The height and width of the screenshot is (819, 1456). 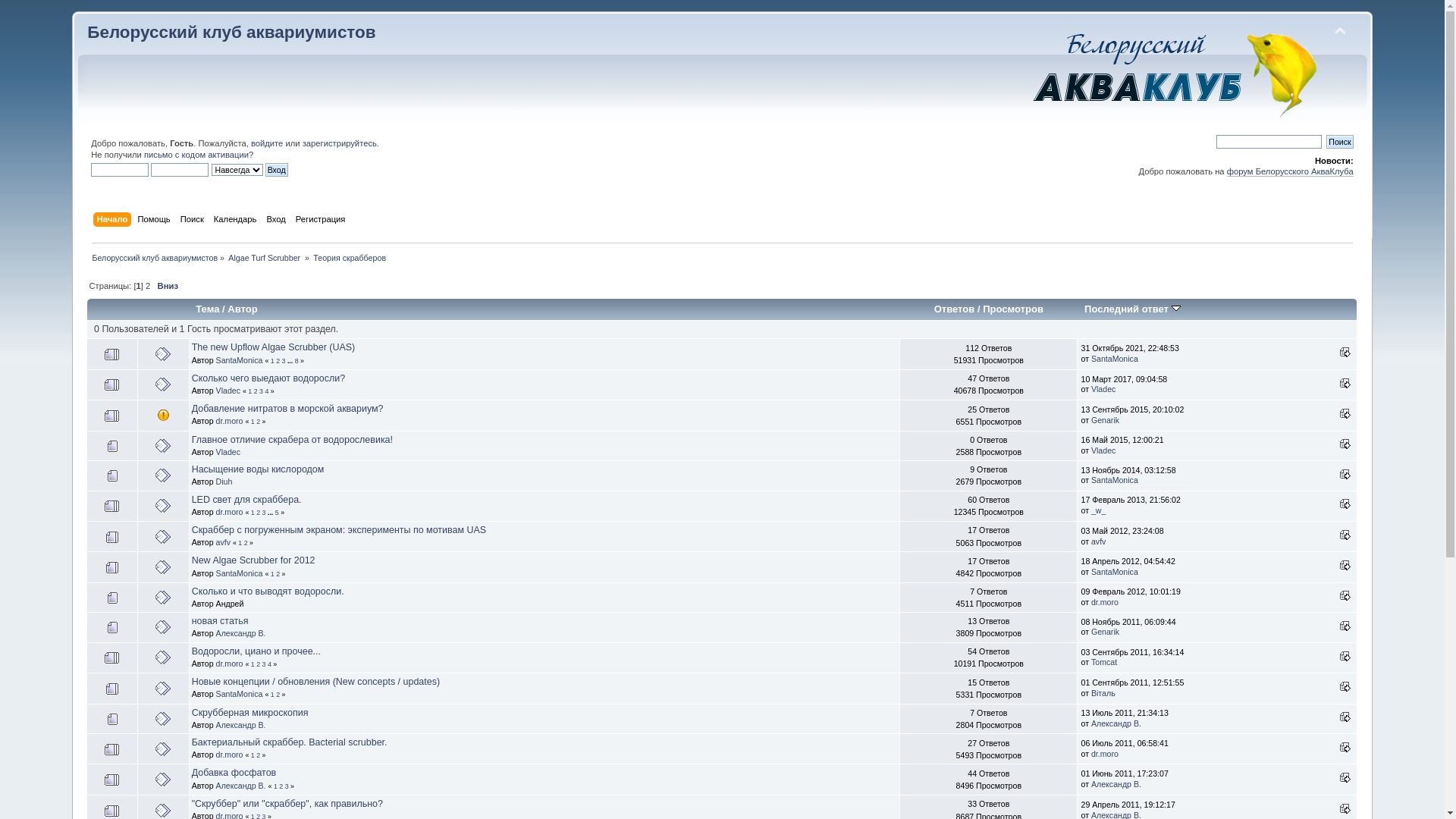 What do you see at coordinates (271, 512) in the screenshot?
I see `'...'` at bounding box center [271, 512].